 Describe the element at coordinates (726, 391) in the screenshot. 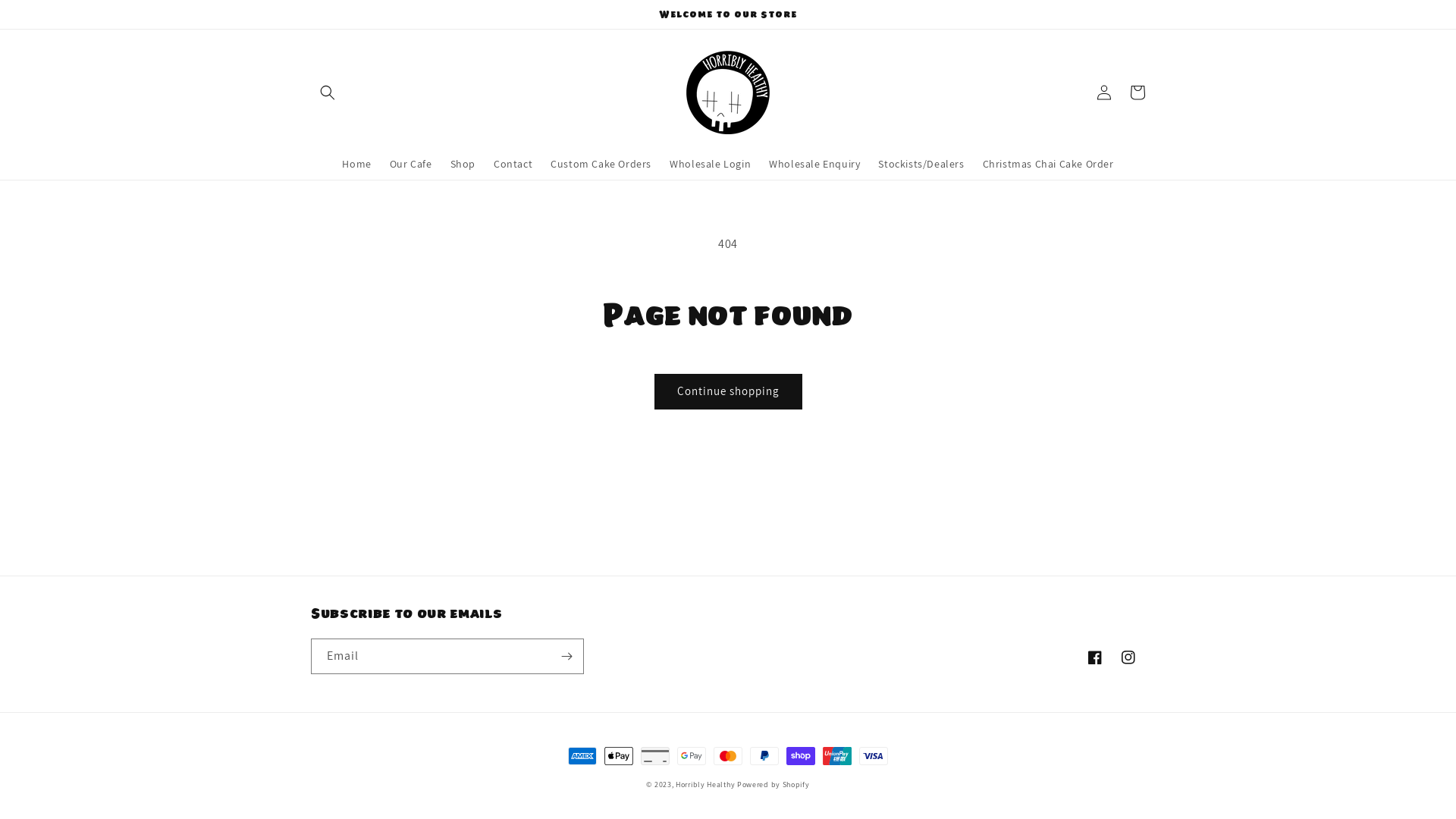

I see `'Continue shopping'` at that location.